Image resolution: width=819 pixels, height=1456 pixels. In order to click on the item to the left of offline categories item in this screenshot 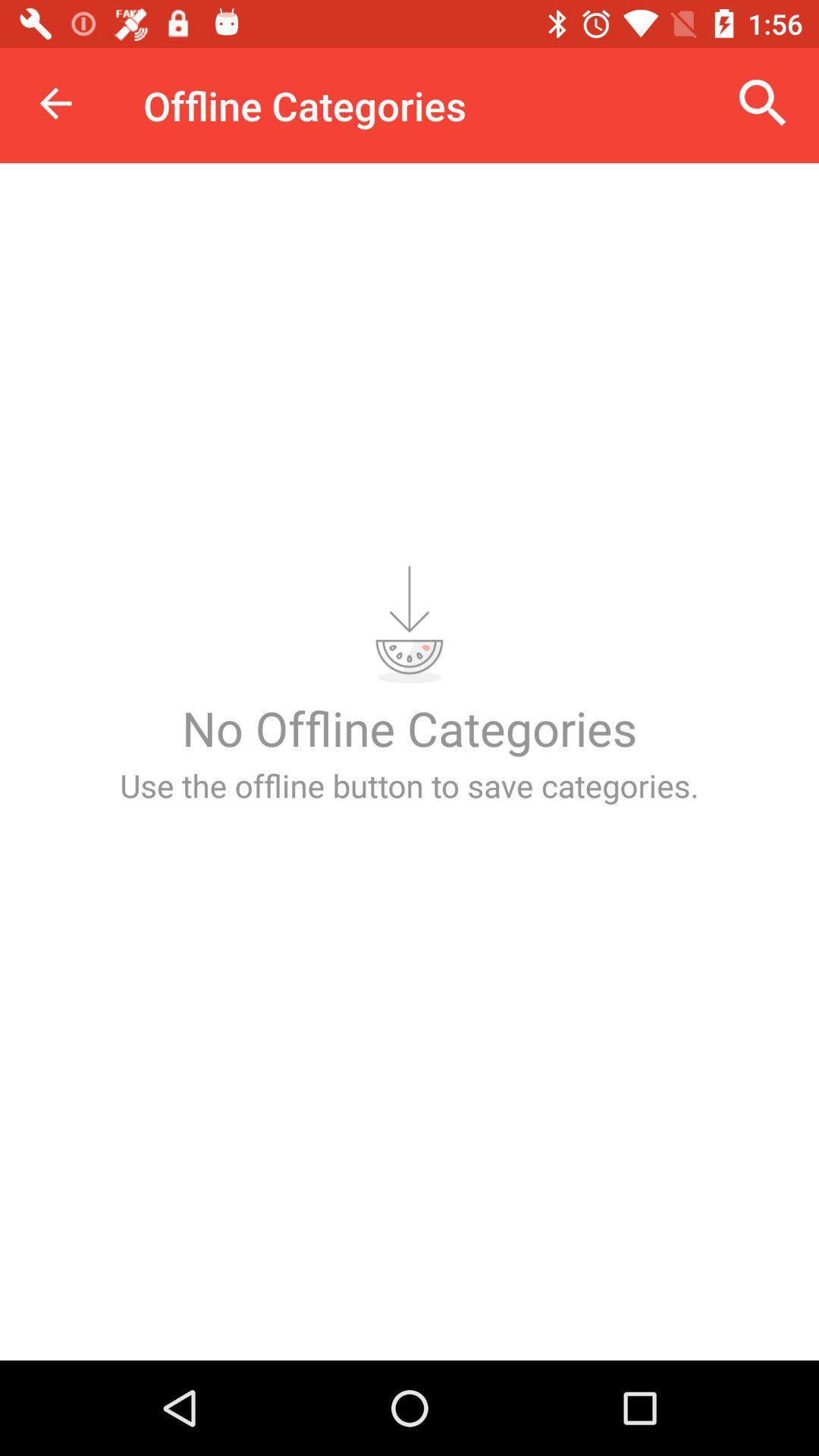, I will do `click(55, 102)`.